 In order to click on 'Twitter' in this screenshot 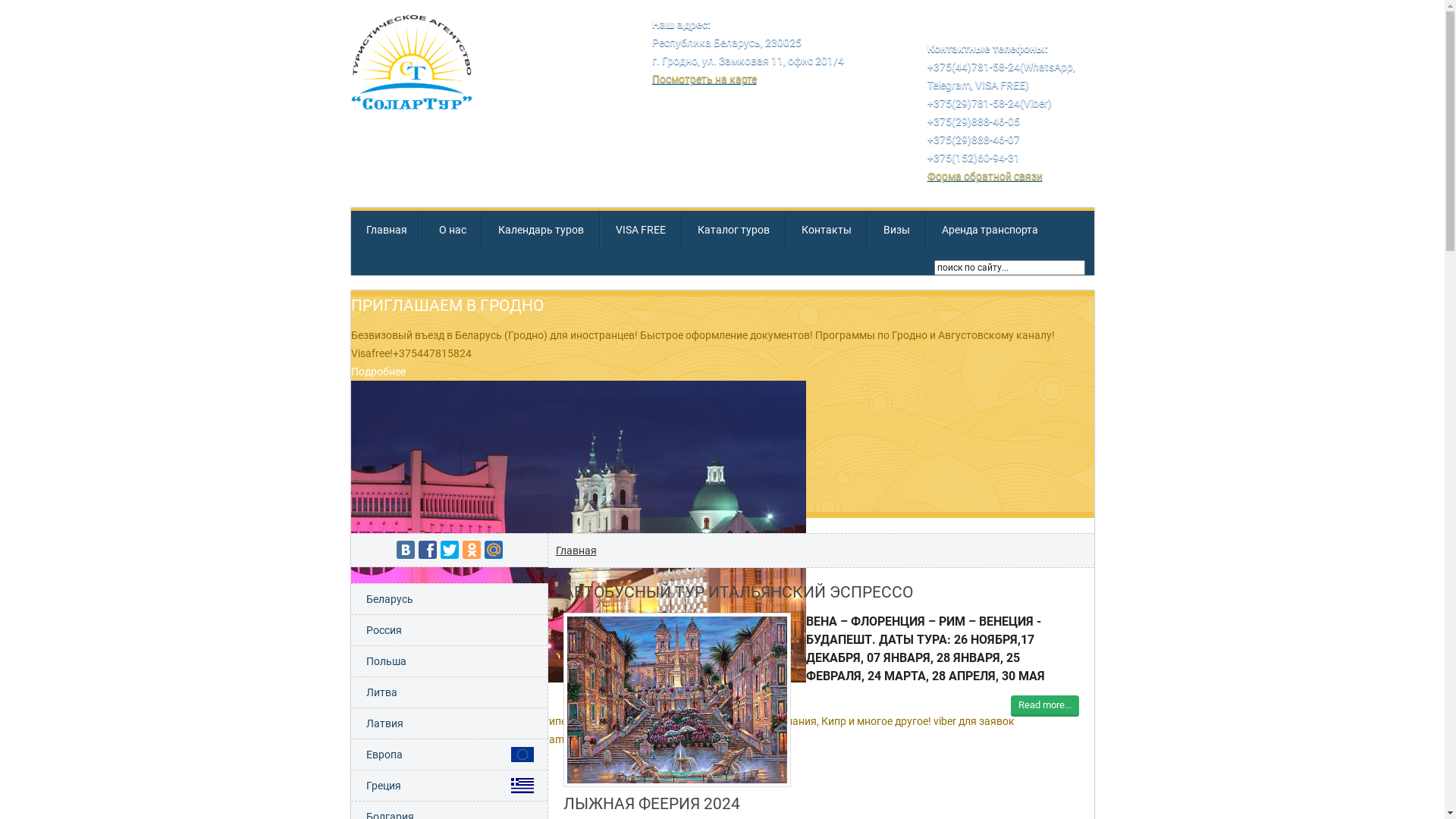, I will do `click(447, 550)`.